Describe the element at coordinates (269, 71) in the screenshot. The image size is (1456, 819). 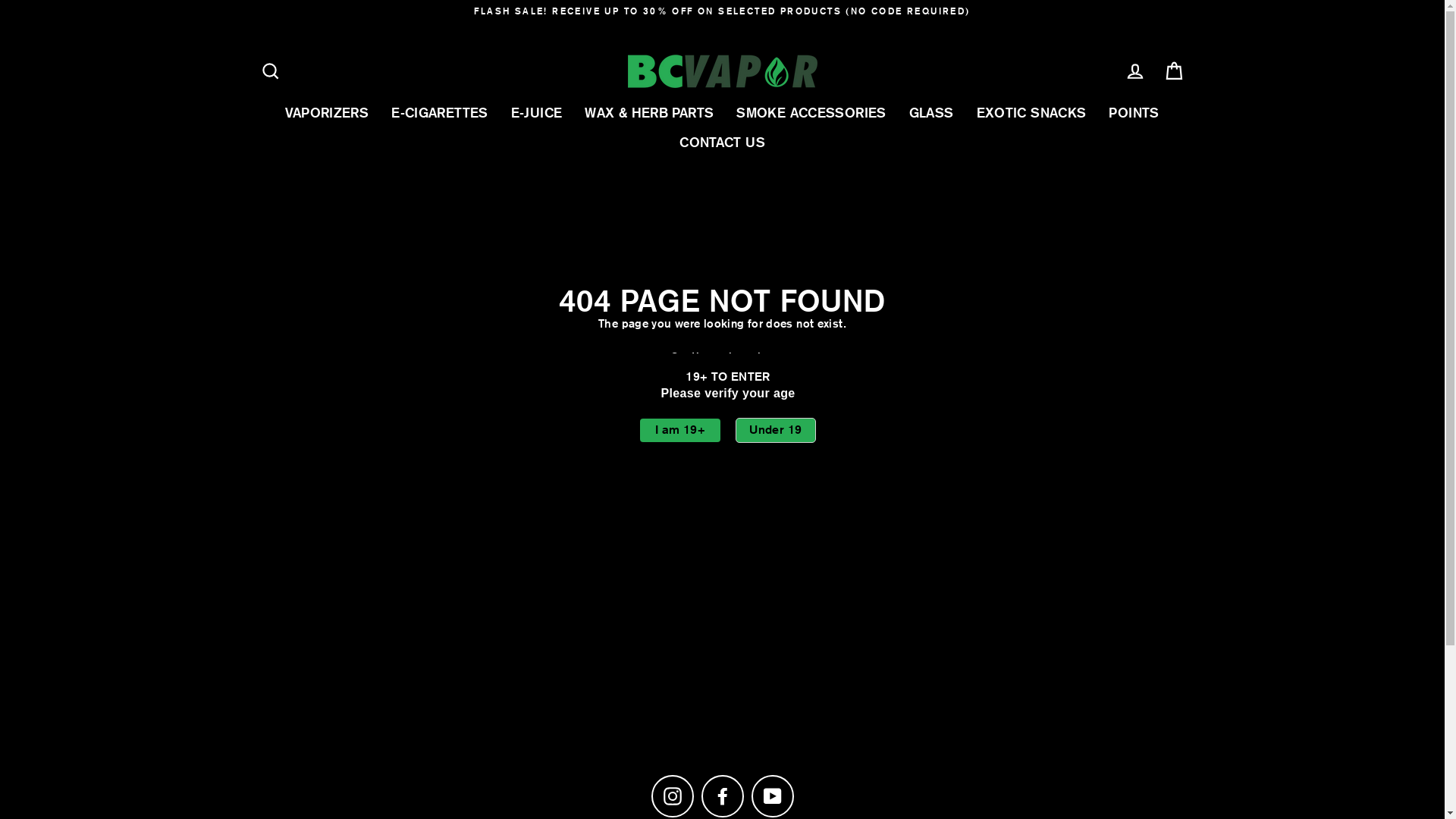
I see `'Search'` at that location.